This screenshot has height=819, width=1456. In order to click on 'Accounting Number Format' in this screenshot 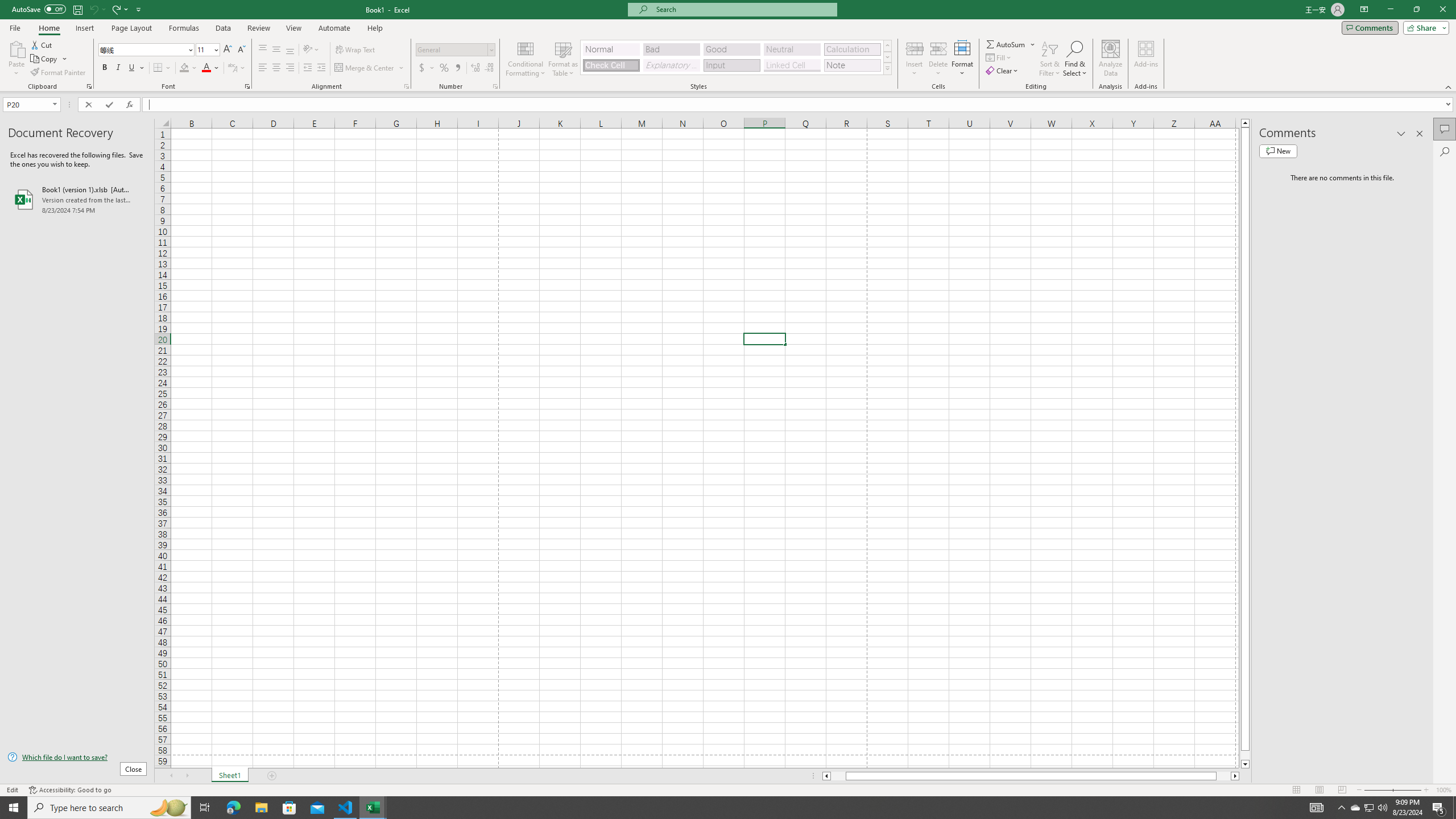, I will do `click(427, 67)`.